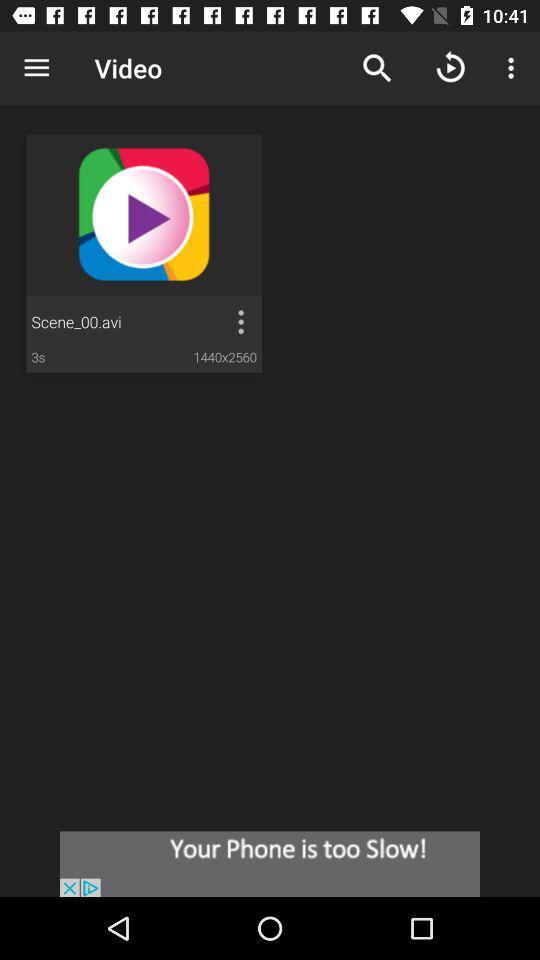  Describe the element at coordinates (377, 68) in the screenshot. I see `the search option` at that location.